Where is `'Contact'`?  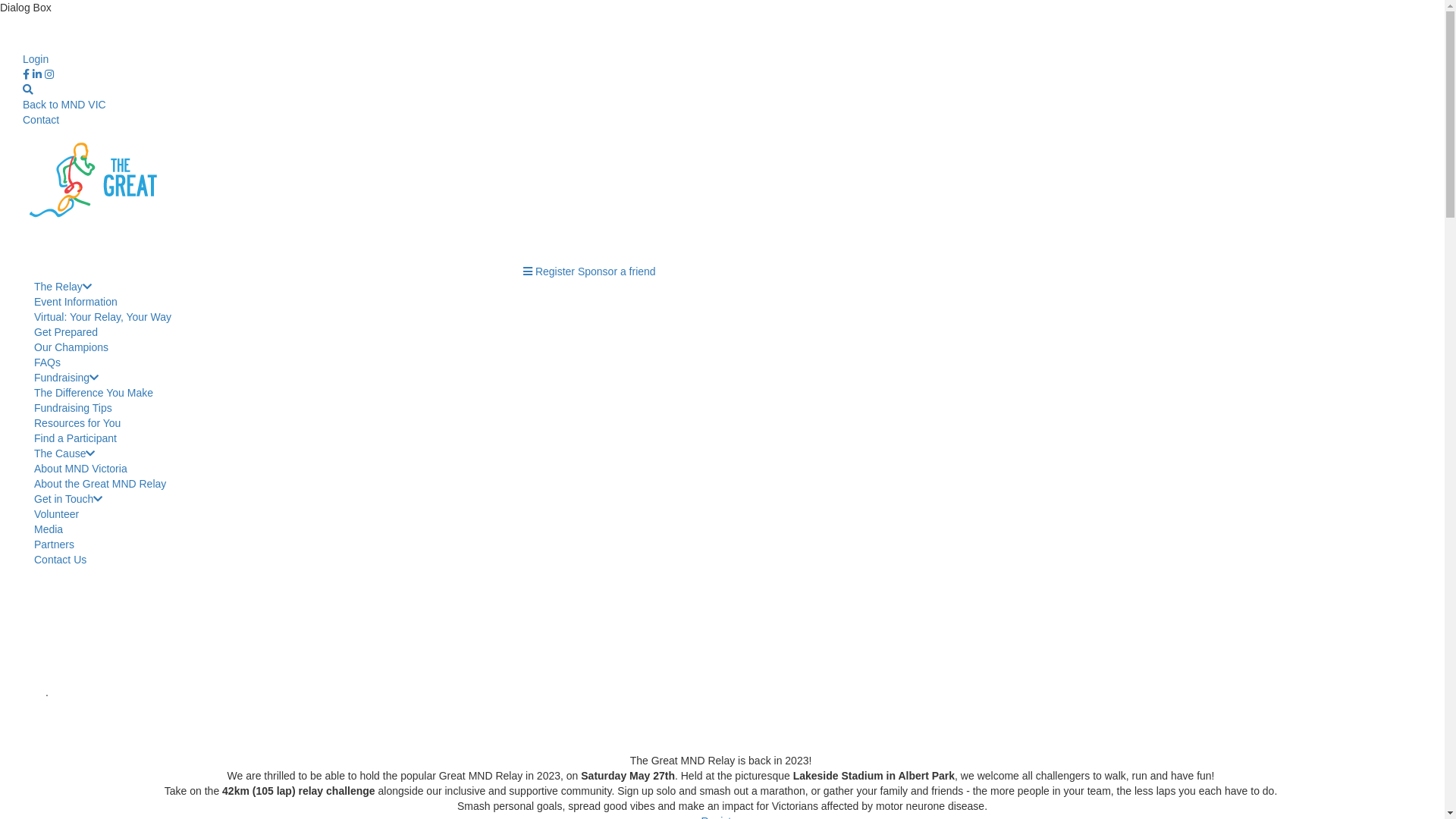
'Contact' is located at coordinates (40, 119).